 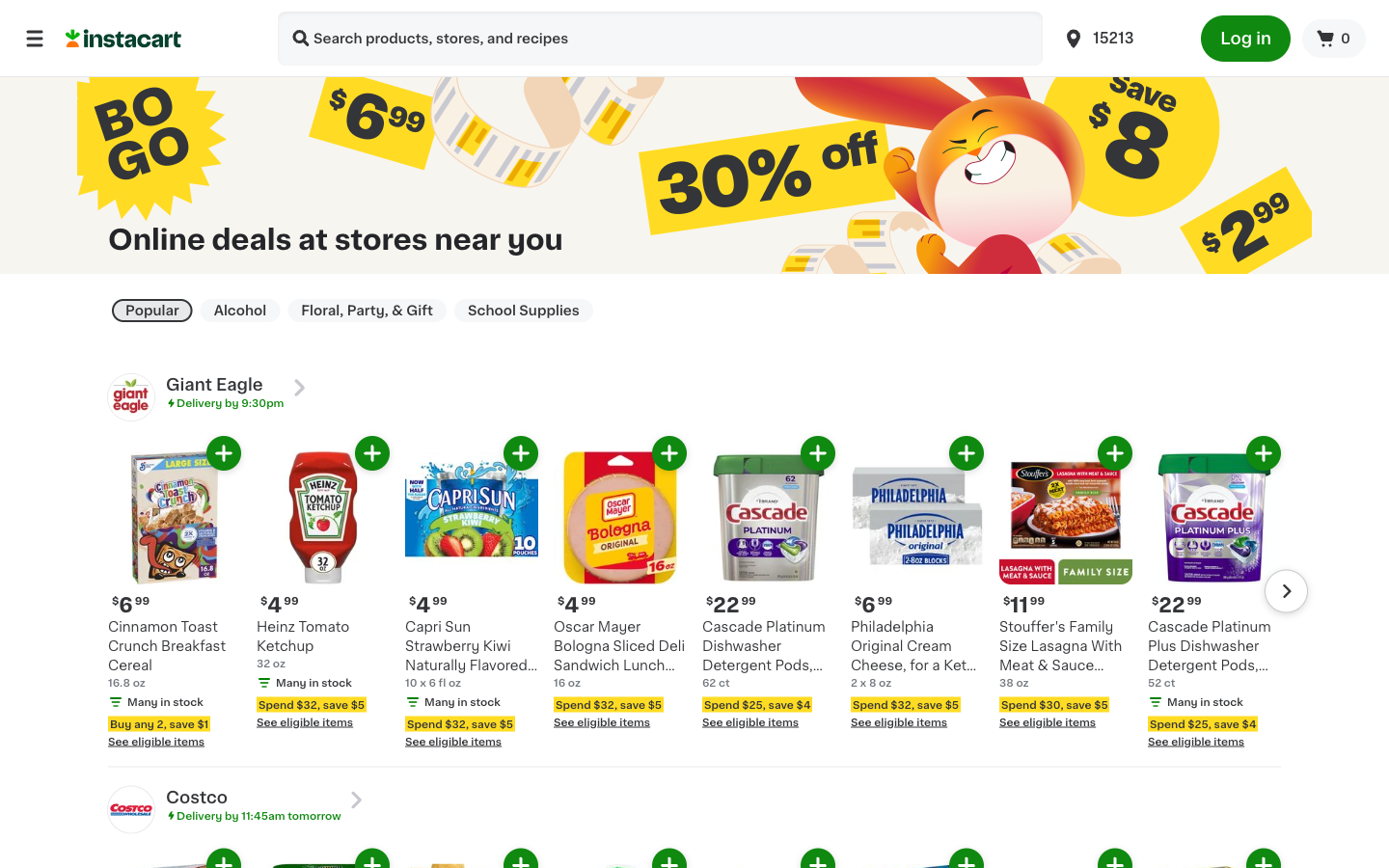 I want to click on Instacart"s default page, so click(x=159, y=37).